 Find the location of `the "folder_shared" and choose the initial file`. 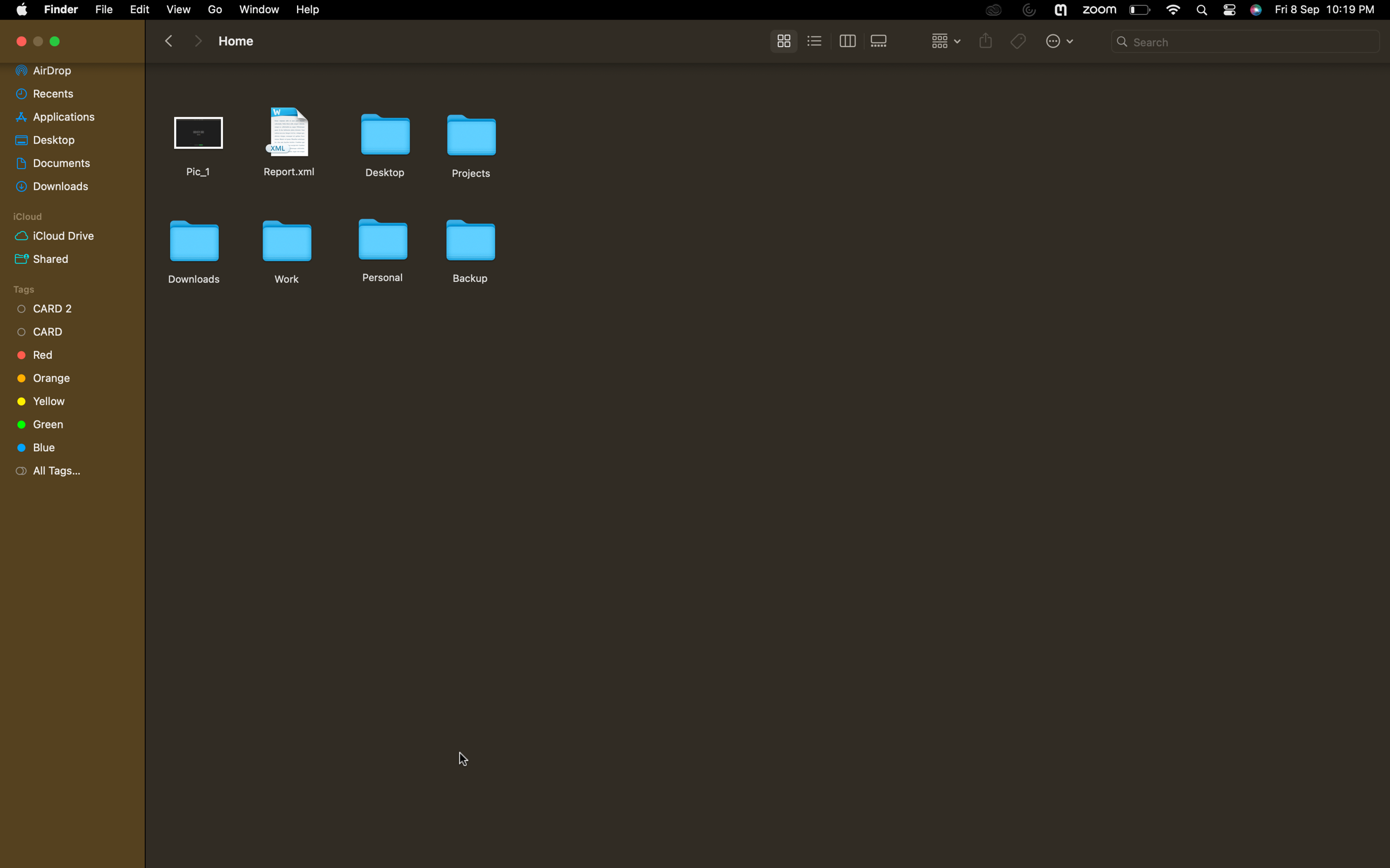

the "folder_shared" and choose the initial file is located at coordinates (67, 257).